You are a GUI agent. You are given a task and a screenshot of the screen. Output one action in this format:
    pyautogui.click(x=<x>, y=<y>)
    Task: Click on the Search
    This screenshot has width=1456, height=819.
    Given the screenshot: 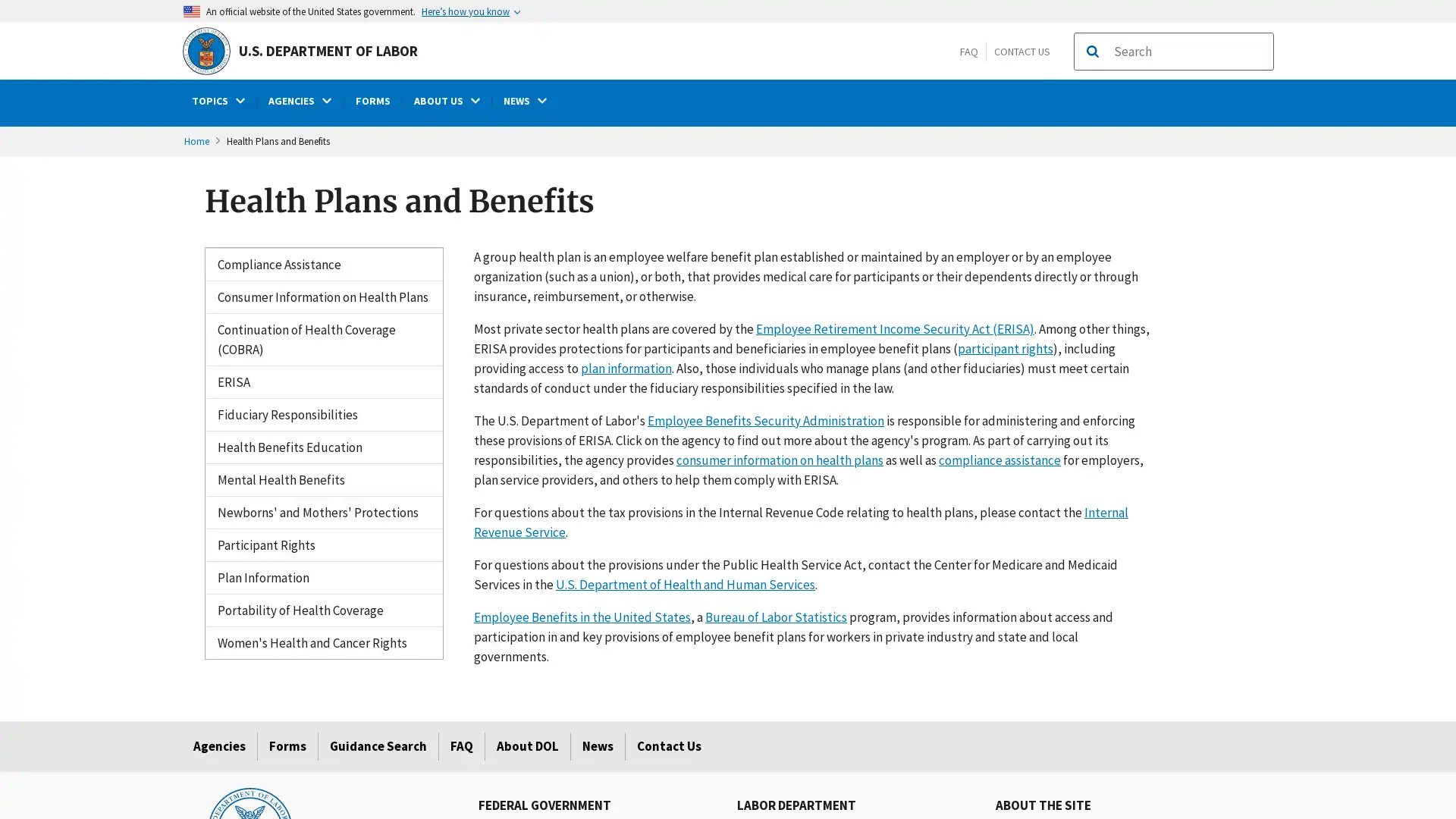 What is the action you would take?
    pyautogui.click(x=1092, y=51)
    